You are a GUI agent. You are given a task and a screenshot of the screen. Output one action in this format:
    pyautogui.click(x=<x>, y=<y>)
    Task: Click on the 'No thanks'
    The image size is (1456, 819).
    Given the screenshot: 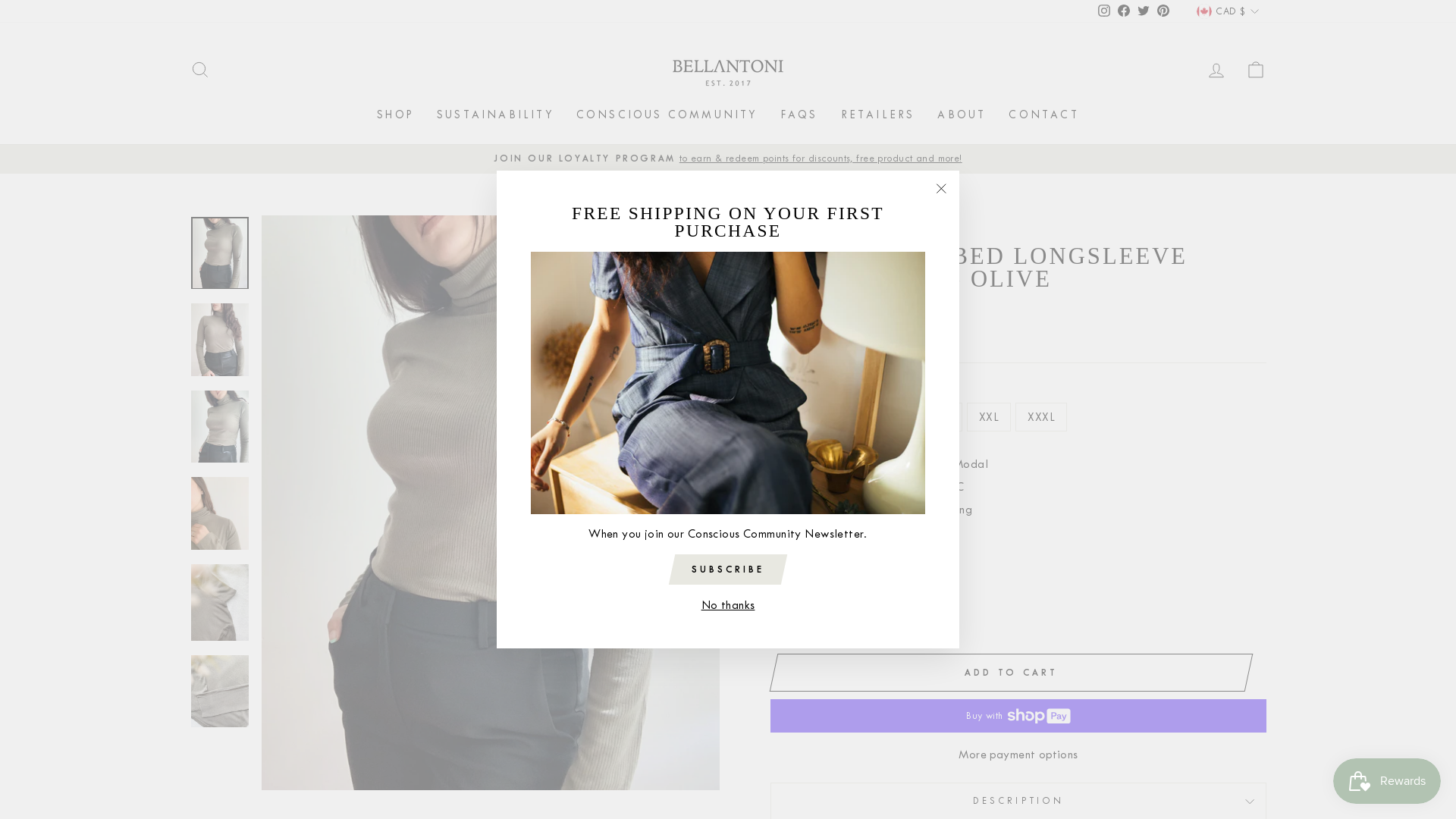 What is the action you would take?
    pyautogui.click(x=728, y=604)
    